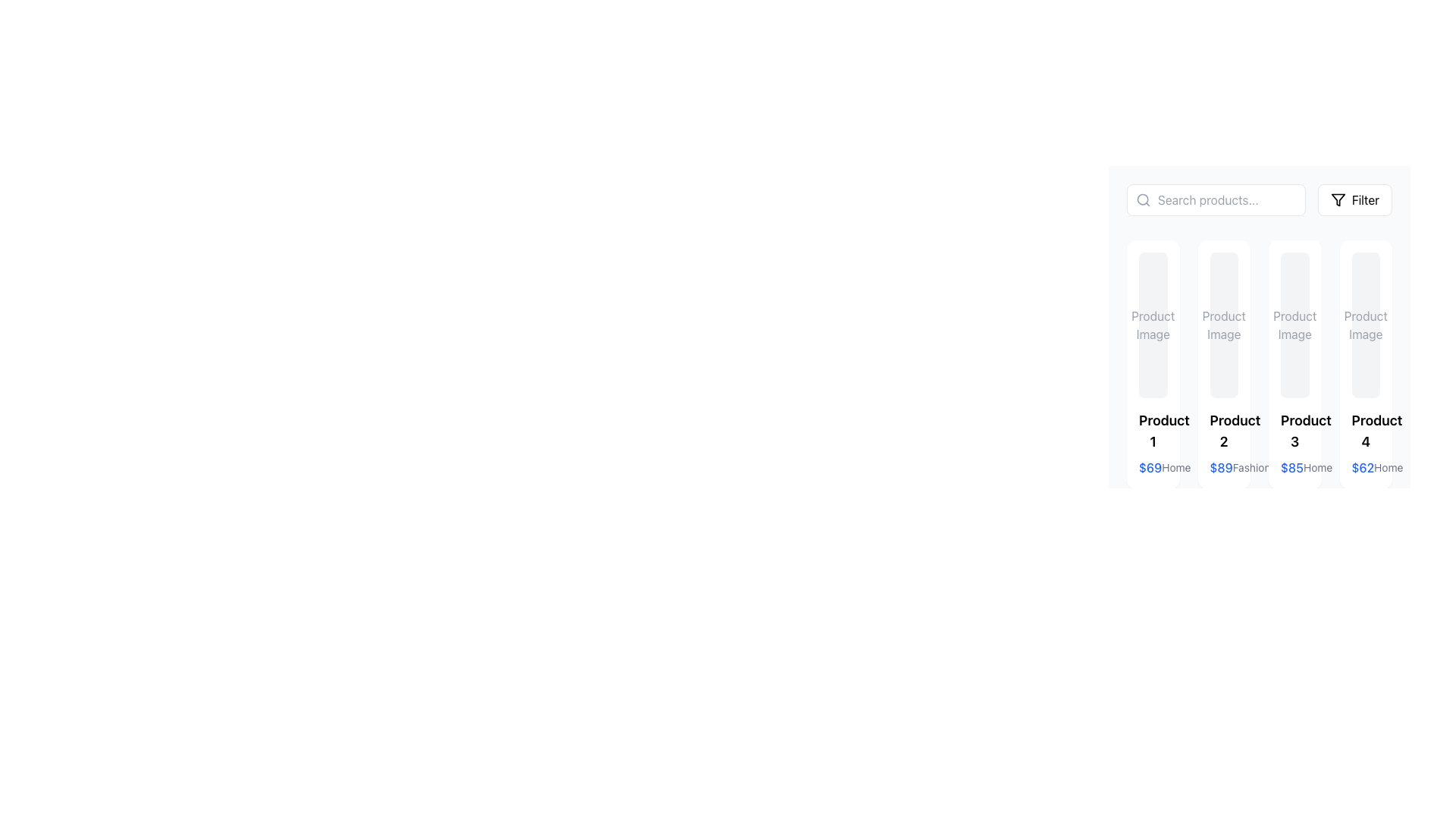 The width and height of the screenshot is (1456, 819). What do you see at coordinates (1294, 467) in the screenshot?
I see `the price text ('$85') or category text ('Home') of the third product card located in the lower section below the 'Product 3' title` at bounding box center [1294, 467].